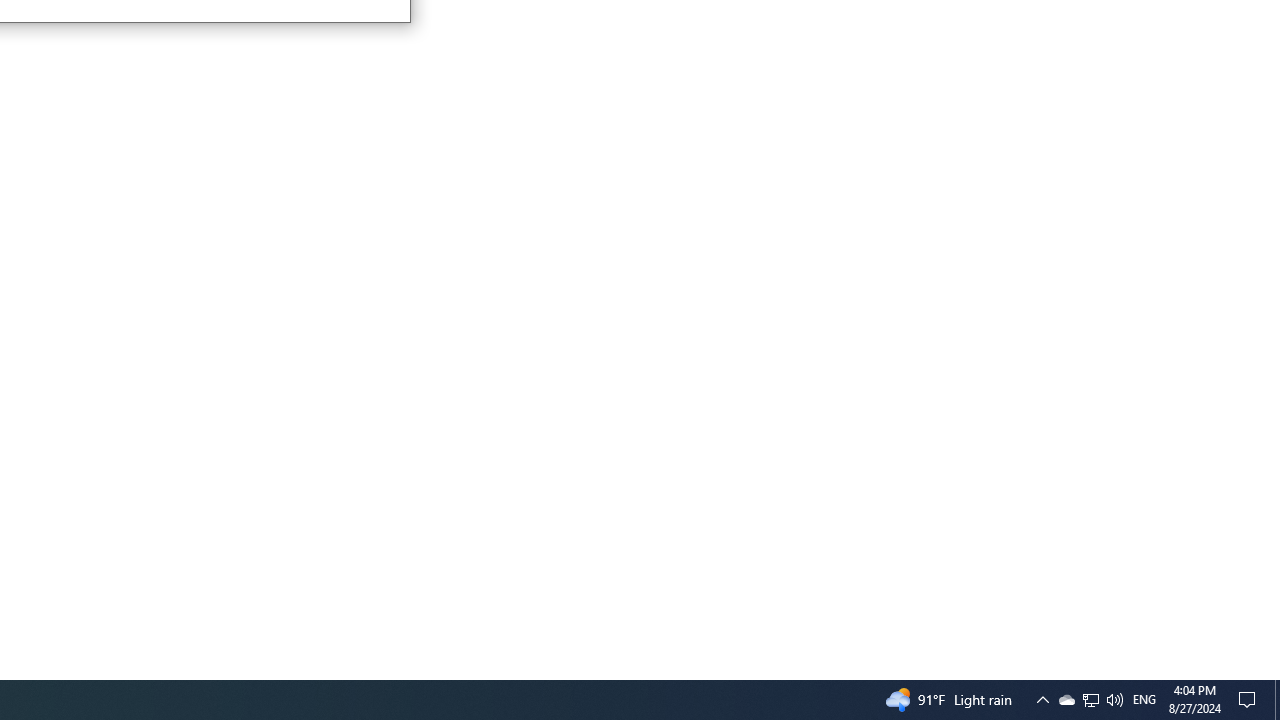 Image resolution: width=1280 pixels, height=720 pixels. What do you see at coordinates (1144, 698) in the screenshot?
I see `'Q2790: 100%'` at bounding box center [1144, 698].